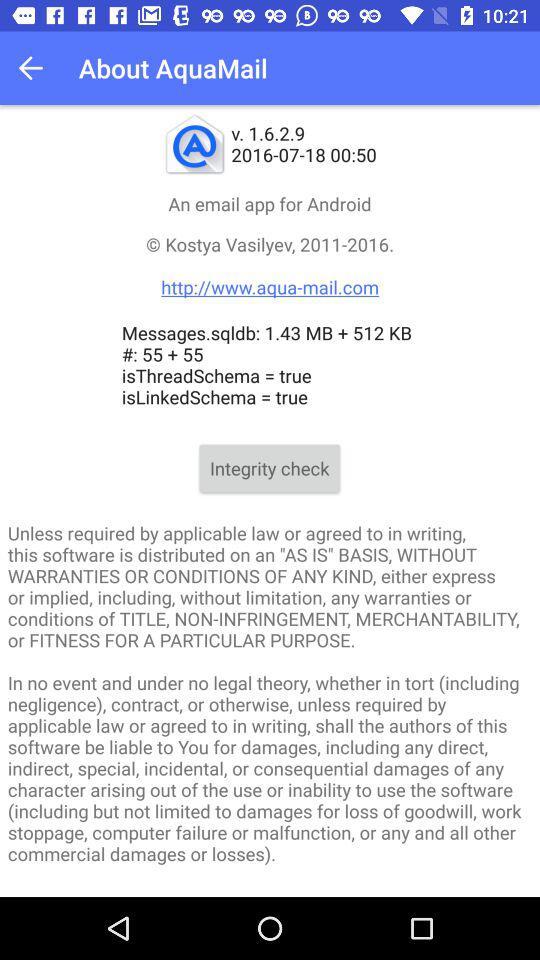 This screenshot has height=960, width=540. What do you see at coordinates (270, 264) in the screenshot?
I see `item below the an email app` at bounding box center [270, 264].